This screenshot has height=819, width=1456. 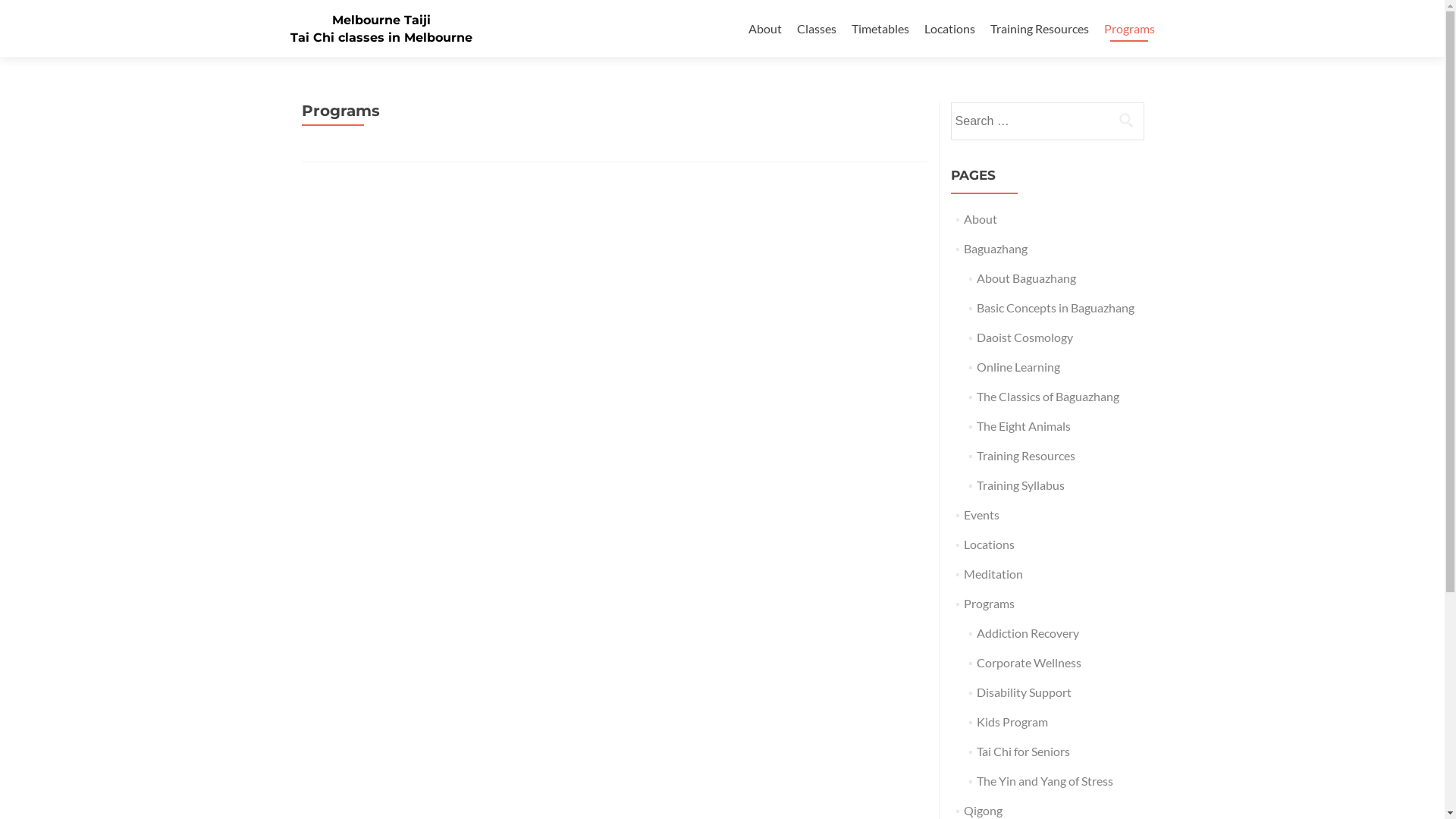 I want to click on 'About Baguazhang', so click(x=1026, y=278).